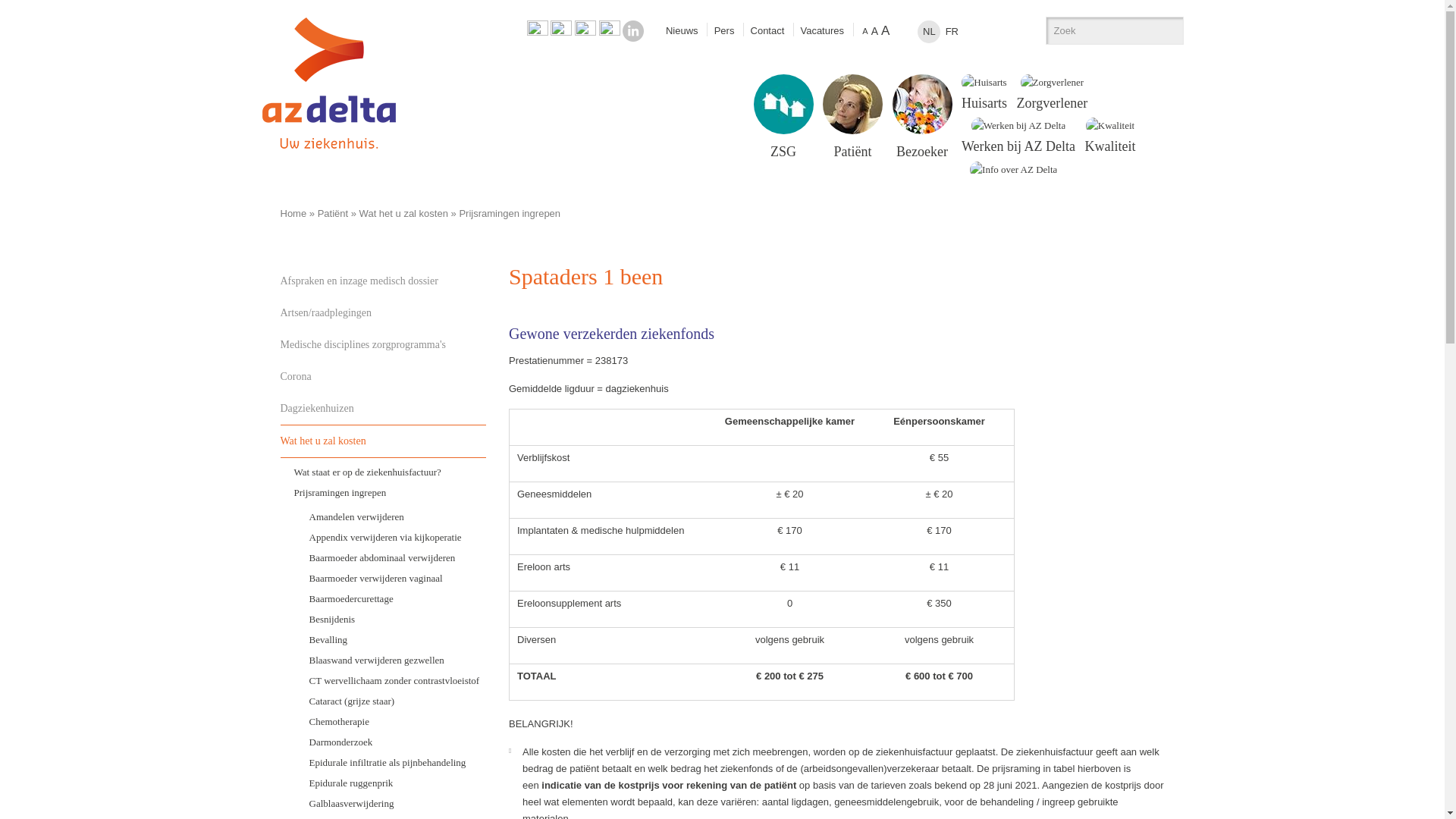 This screenshot has height=819, width=1456. Describe the element at coordinates (1110, 135) in the screenshot. I see `'Kwaliteit'` at that location.